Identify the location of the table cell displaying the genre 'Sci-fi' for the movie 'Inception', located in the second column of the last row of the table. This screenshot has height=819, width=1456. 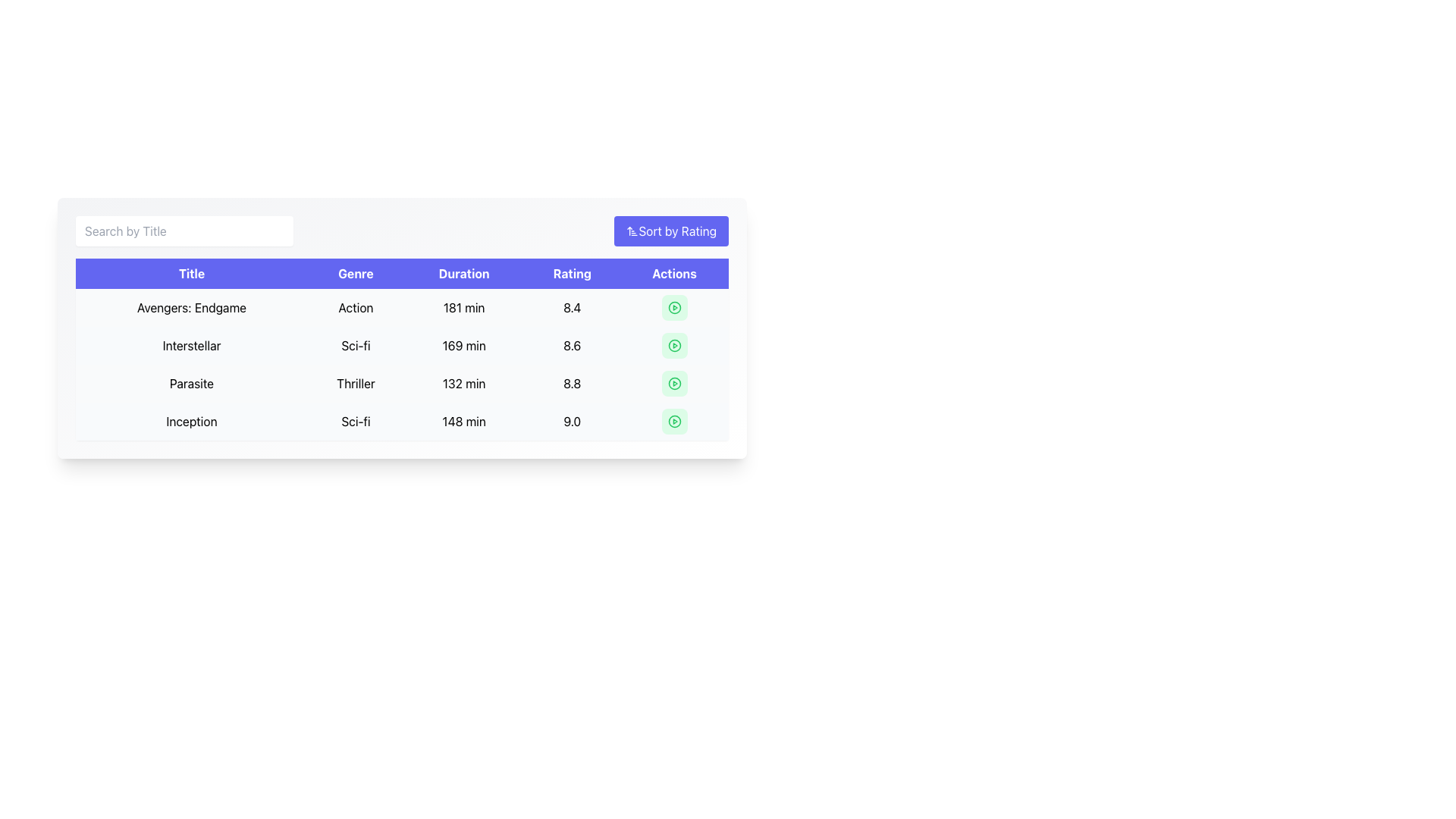
(355, 421).